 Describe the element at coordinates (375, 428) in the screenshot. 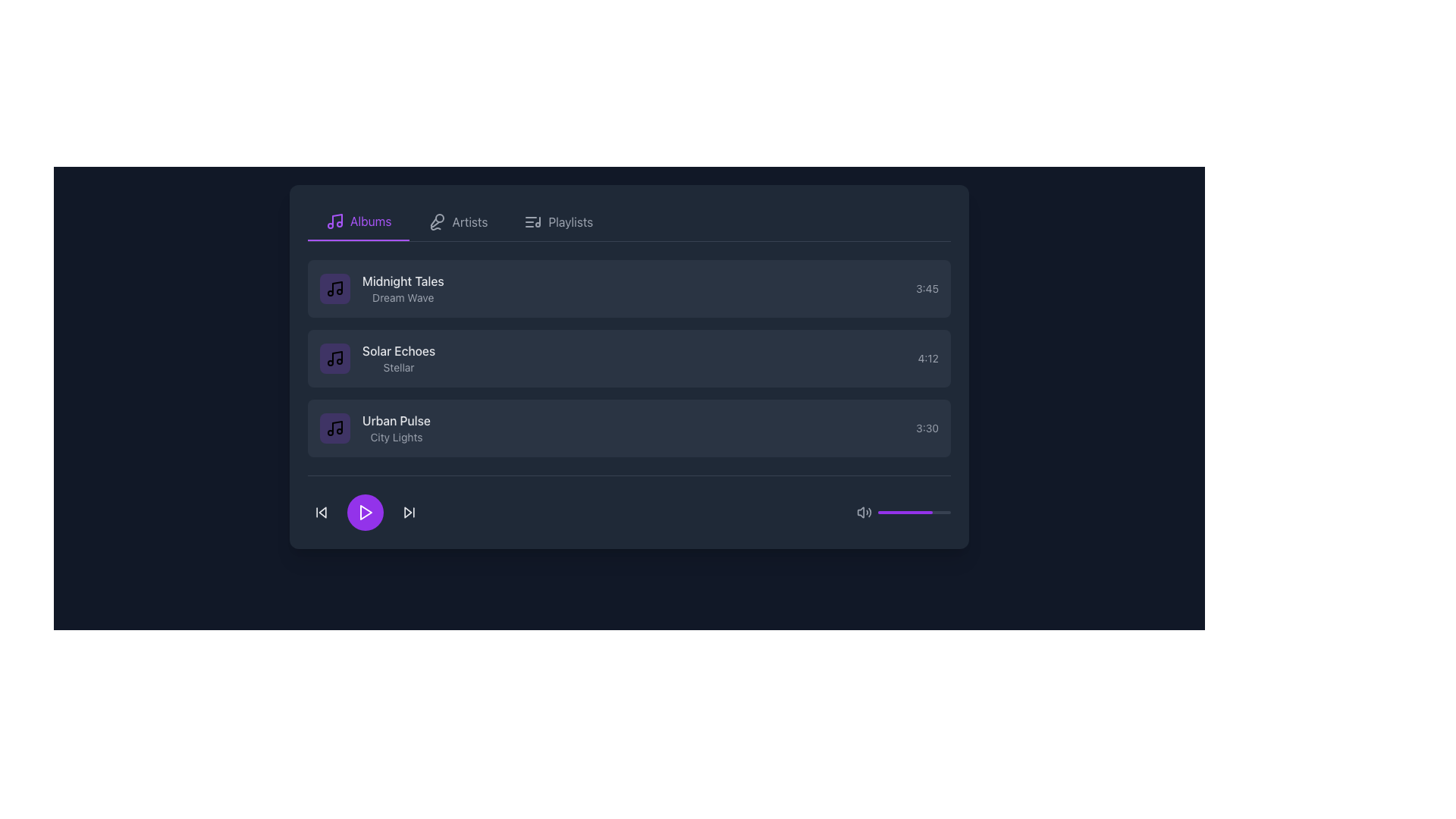

I see `the audio item or playlist option, which is the third item in a vertical list` at that location.